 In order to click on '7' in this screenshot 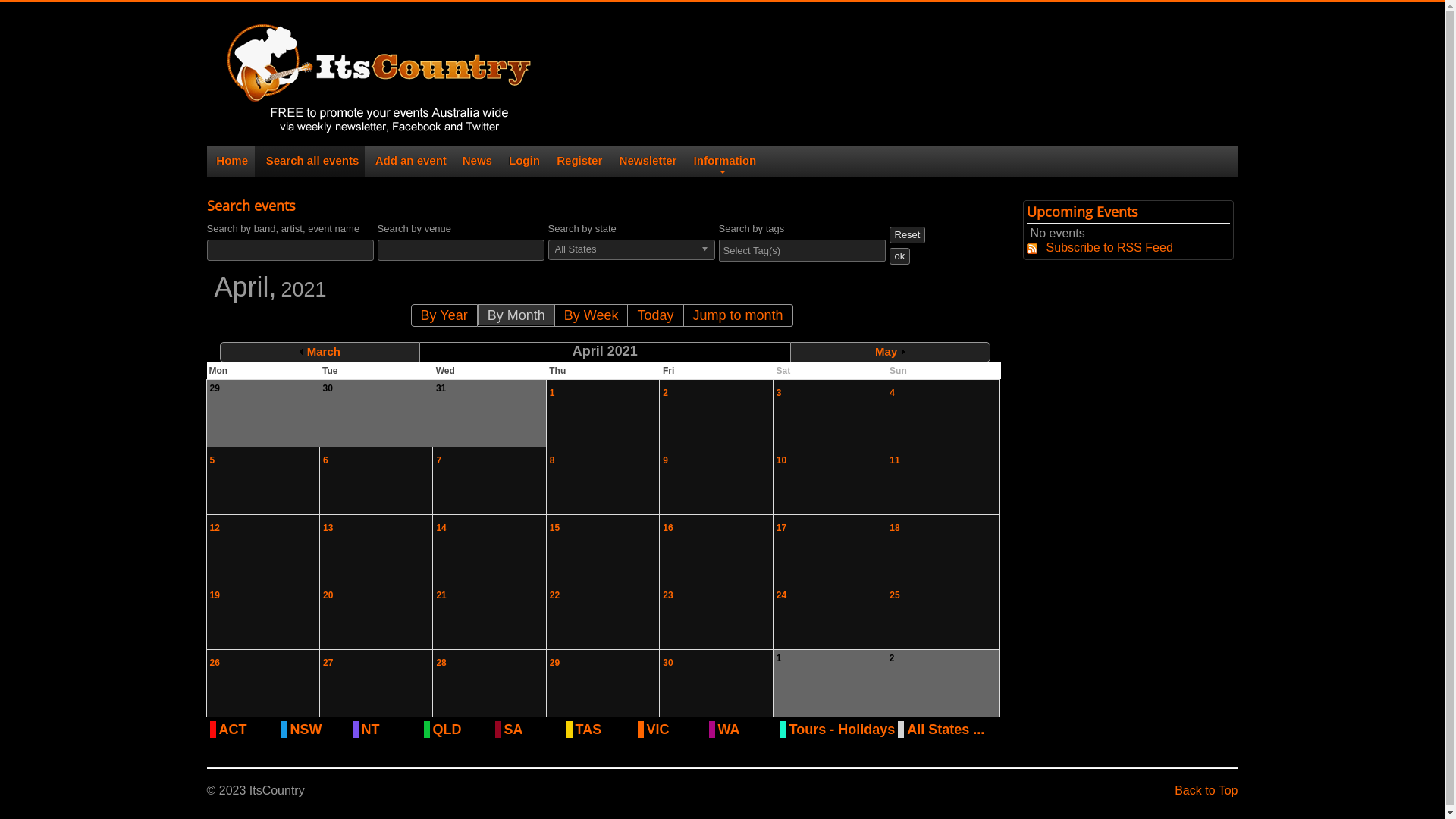, I will do `click(435, 459)`.